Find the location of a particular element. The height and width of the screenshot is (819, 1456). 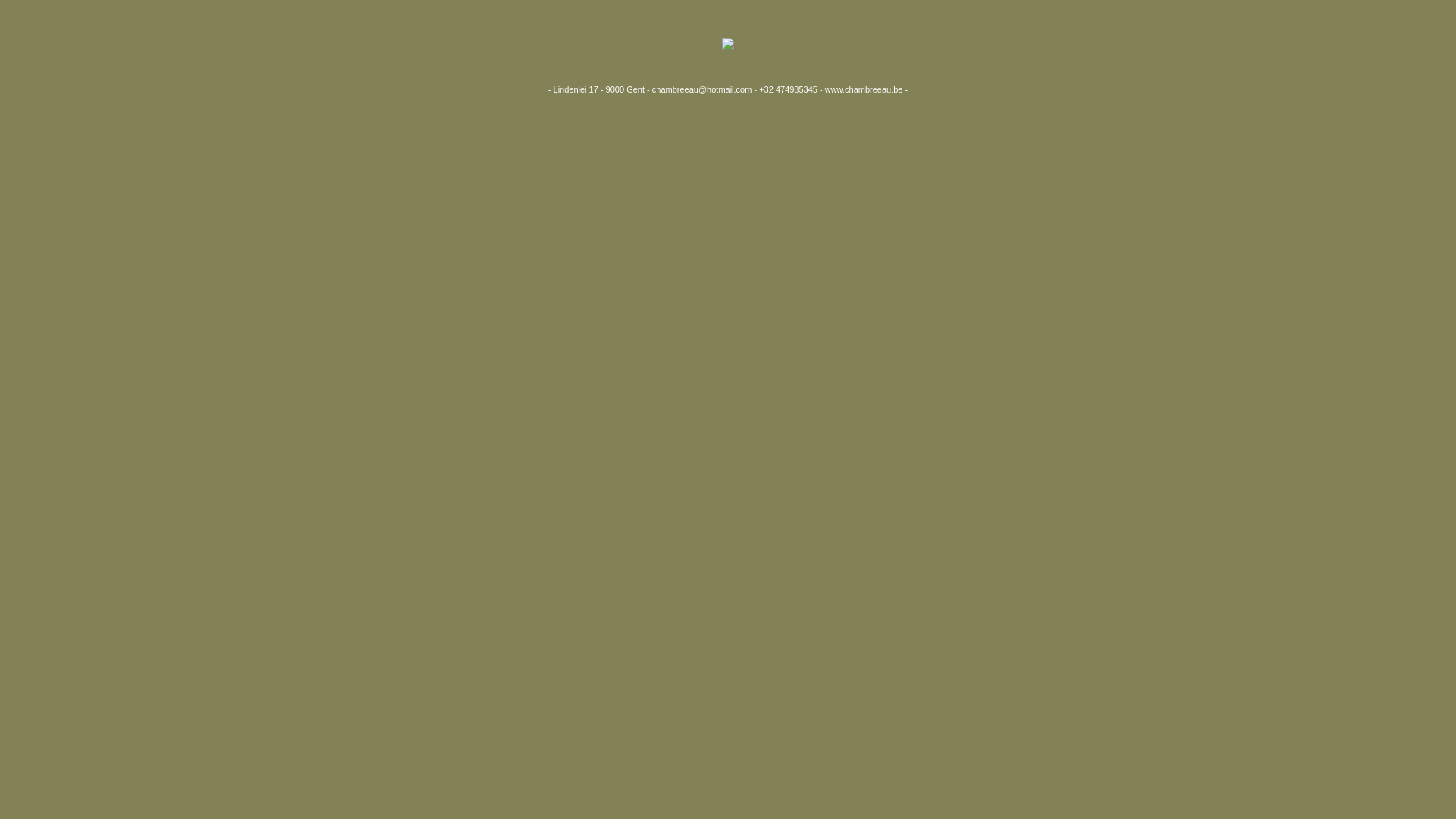

'chambreeau@hotmail.com' is located at coordinates (701, 89).